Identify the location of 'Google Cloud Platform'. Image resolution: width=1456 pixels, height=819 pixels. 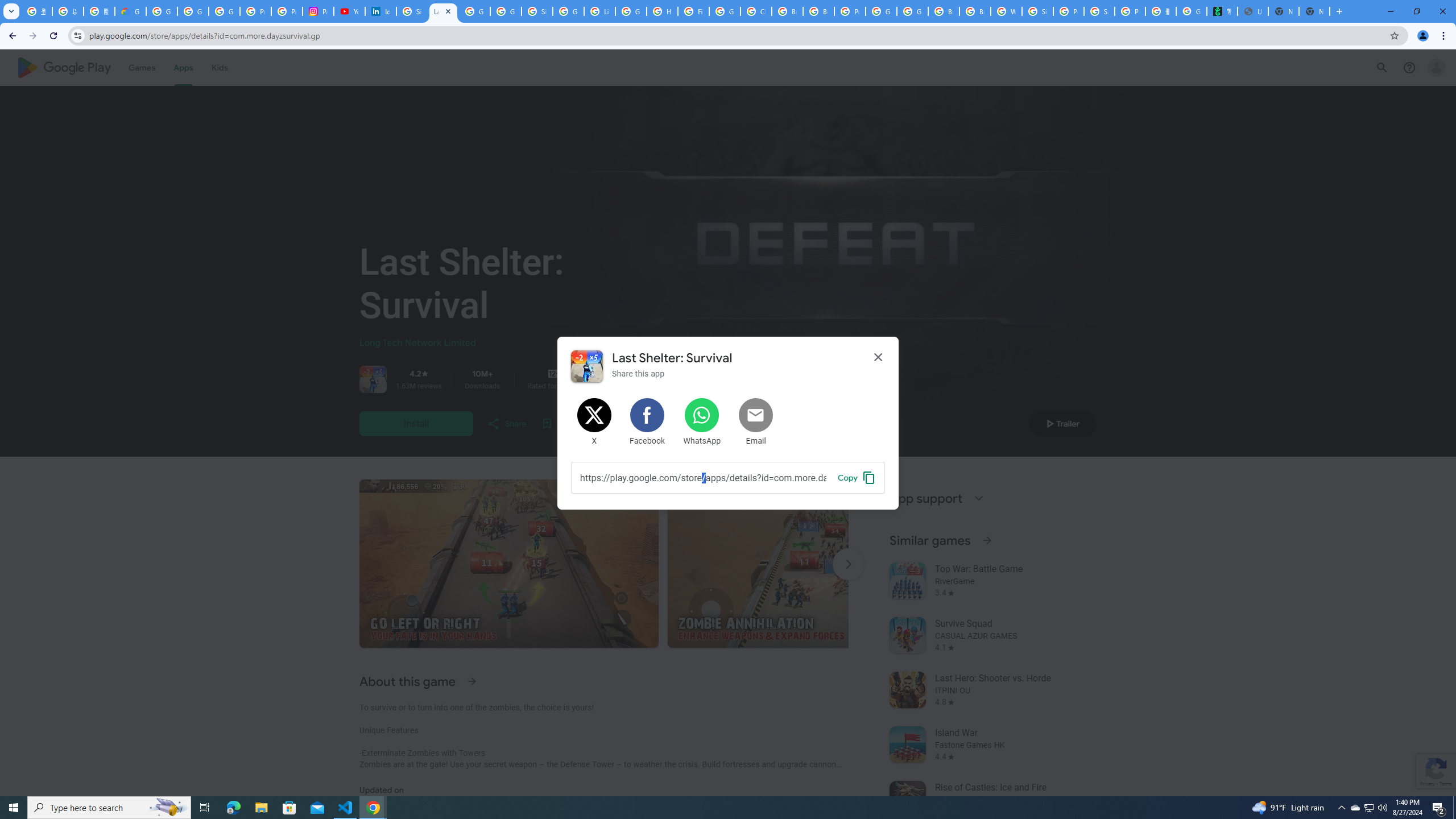
(911, 11).